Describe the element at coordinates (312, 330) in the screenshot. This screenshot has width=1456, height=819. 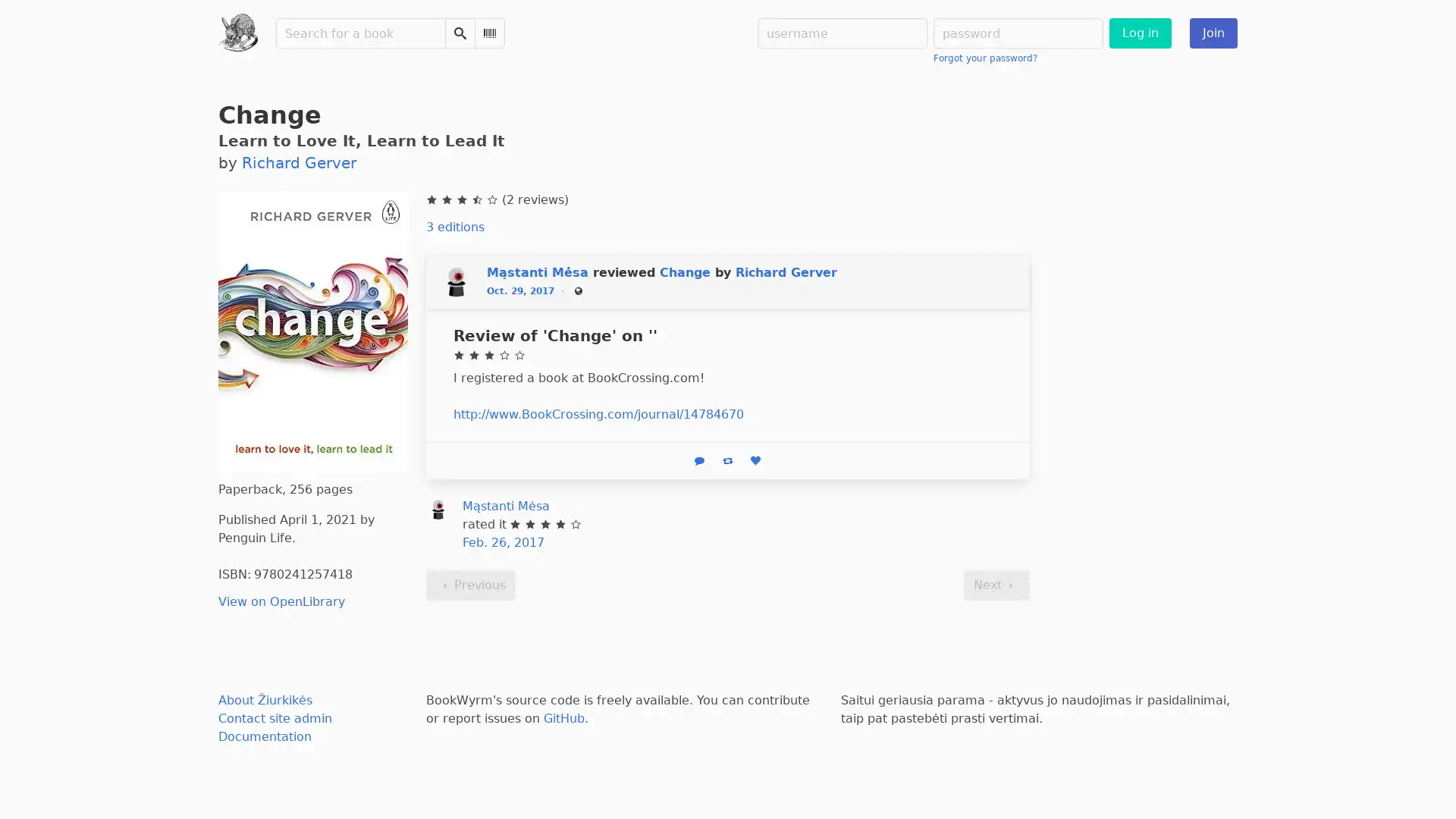
I see `Change (Paperback, 2021, Penguin Life) Click to enlarge` at that location.